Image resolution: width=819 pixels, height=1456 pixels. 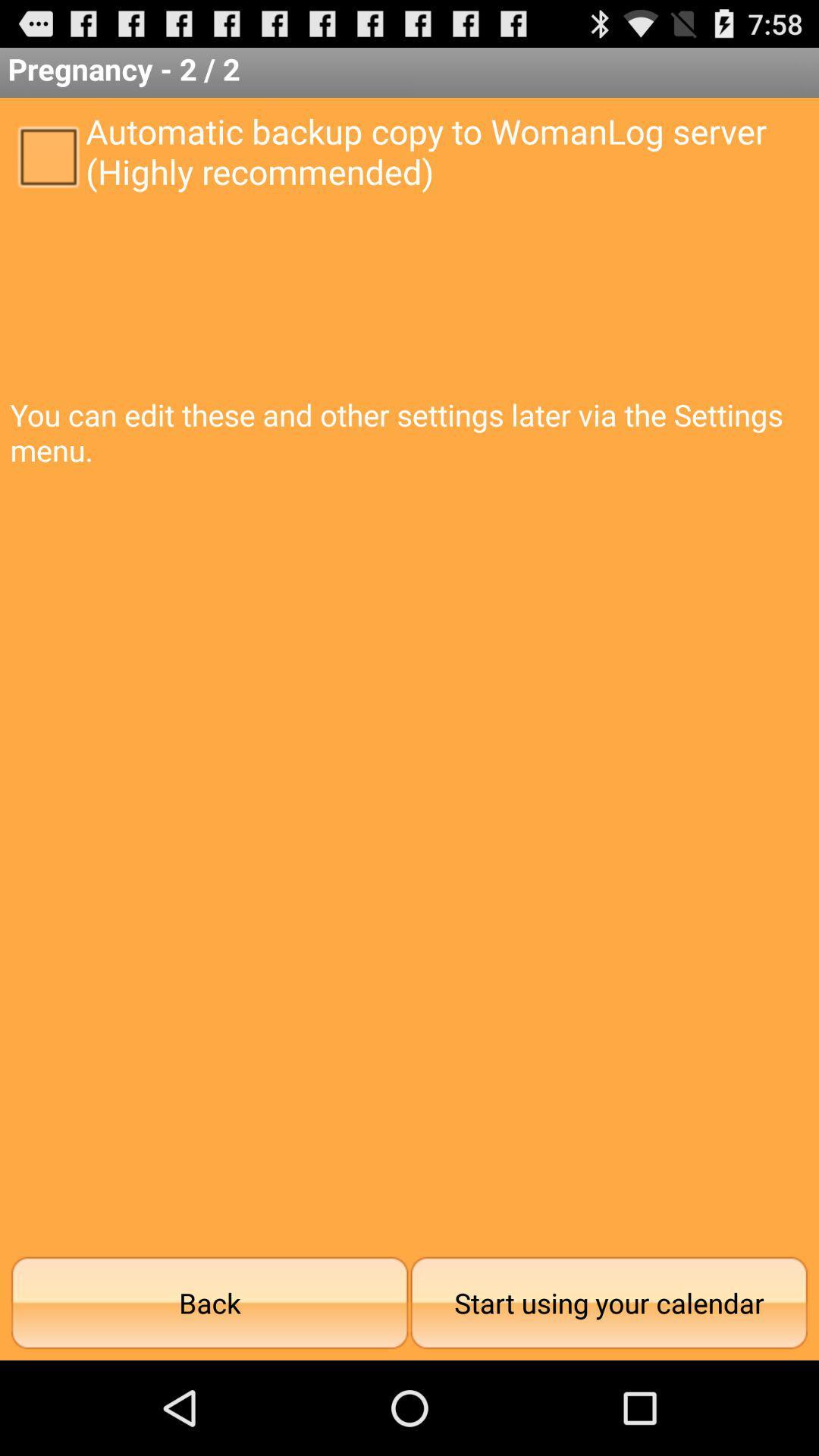 What do you see at coordinates (608, 1302) in the screenshot?
I see `start using your icon` at bounding box center [608, 1302].